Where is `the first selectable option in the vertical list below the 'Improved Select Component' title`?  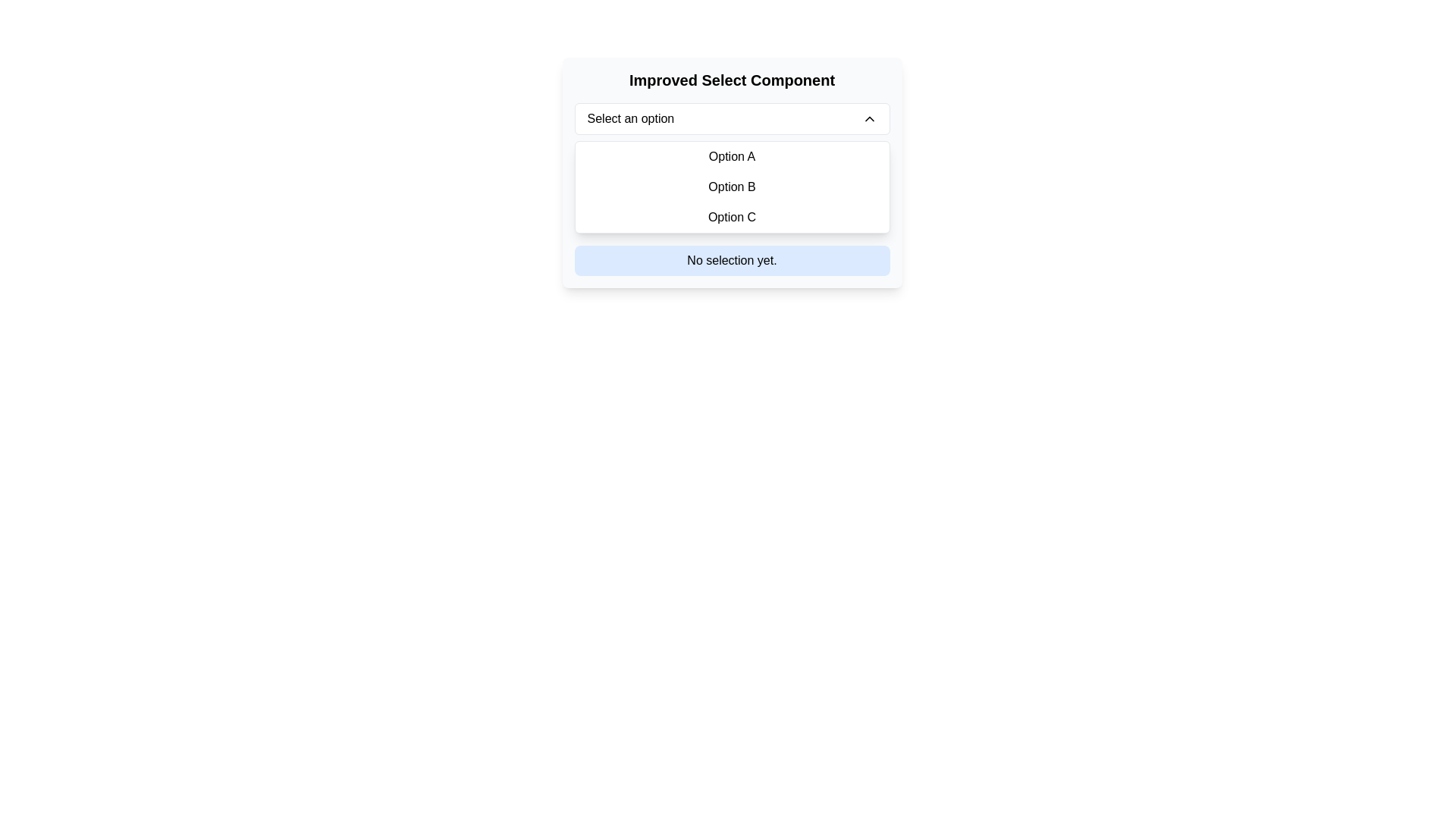 the first selectable option in the vertical list below the 'Improved Select Component' title is located at coordinates (732, 157).